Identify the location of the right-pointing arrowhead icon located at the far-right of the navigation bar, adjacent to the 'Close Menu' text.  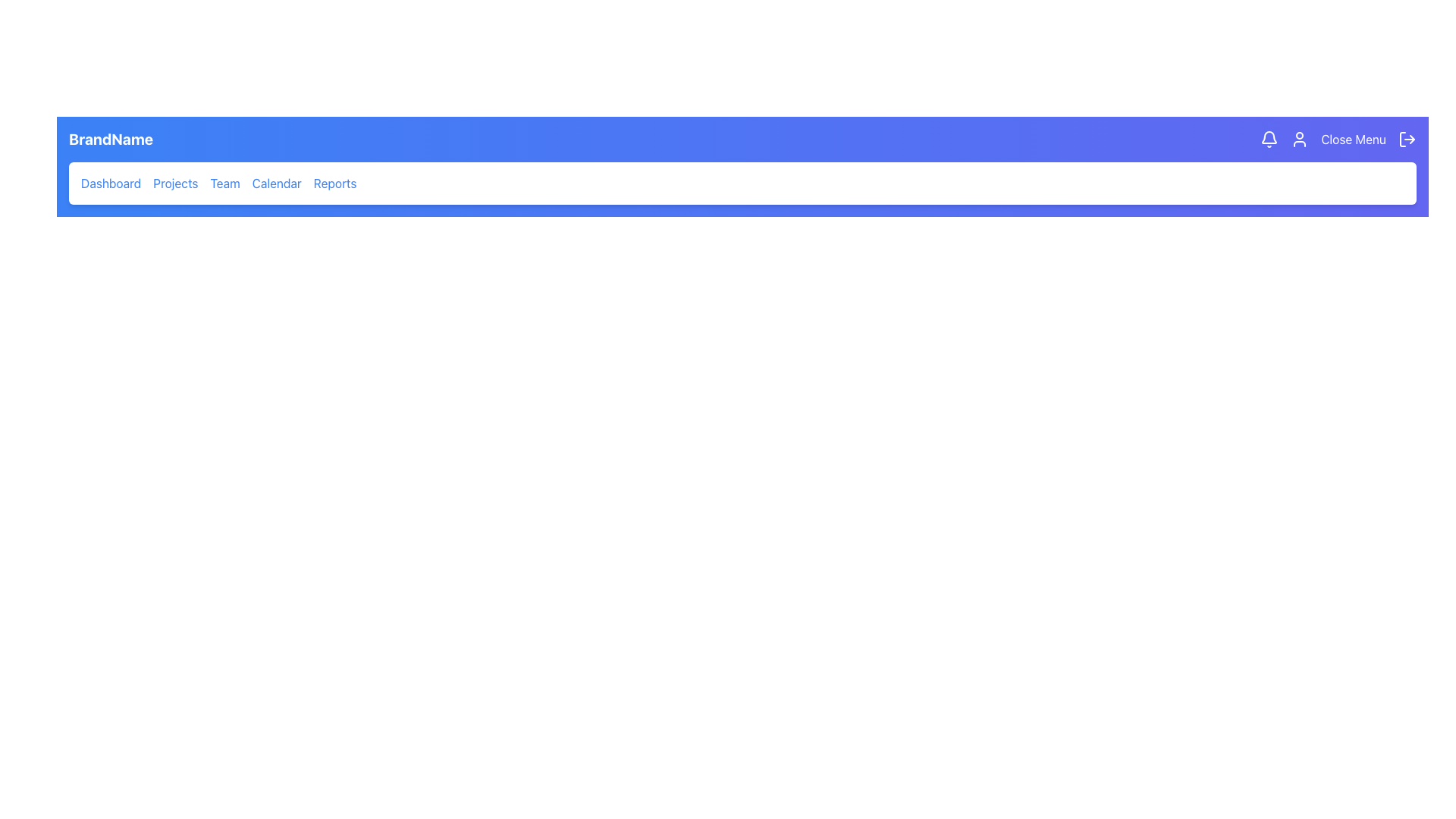
(1411, 140).